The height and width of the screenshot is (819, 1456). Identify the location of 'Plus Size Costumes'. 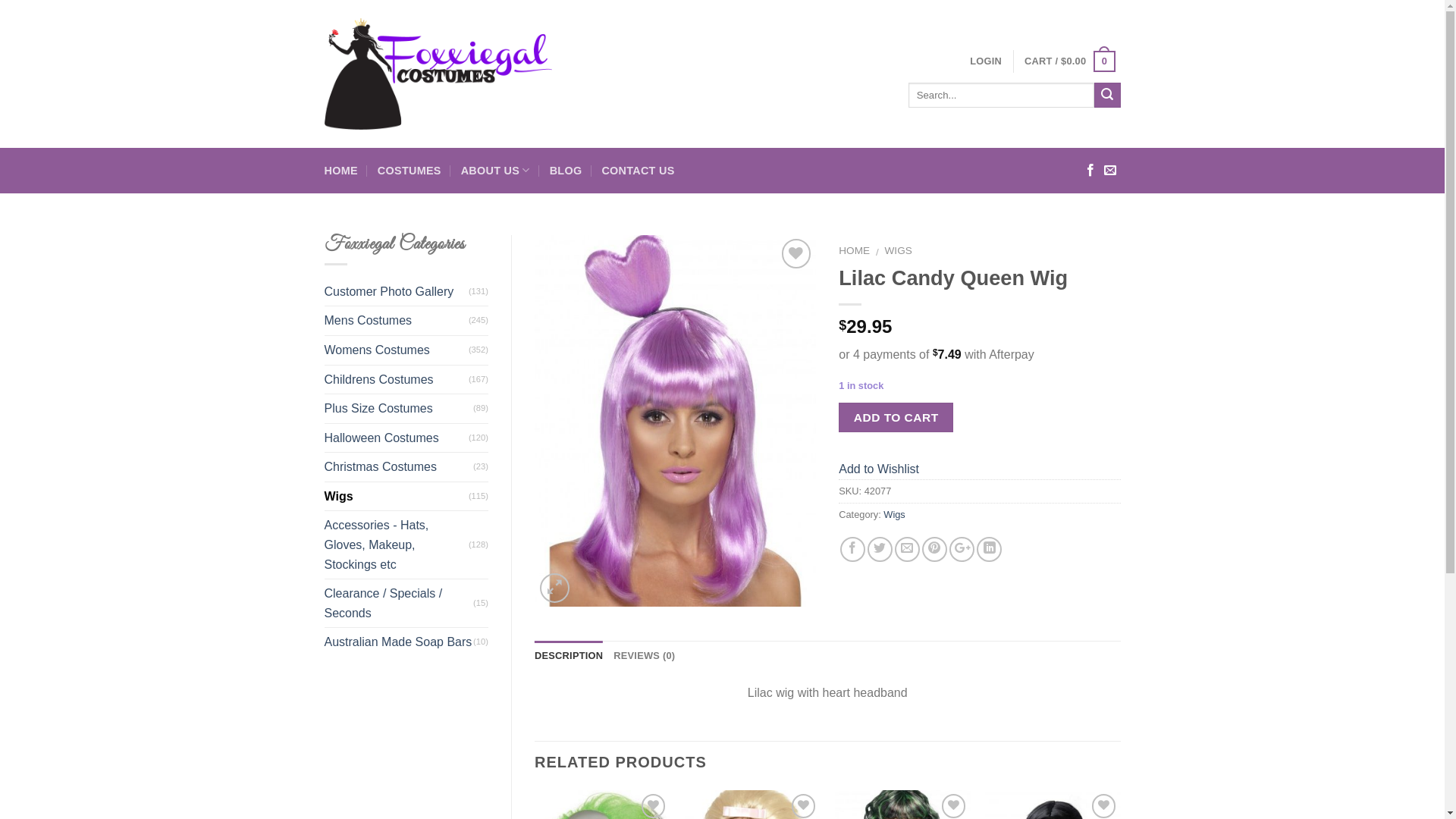
(399, 408).